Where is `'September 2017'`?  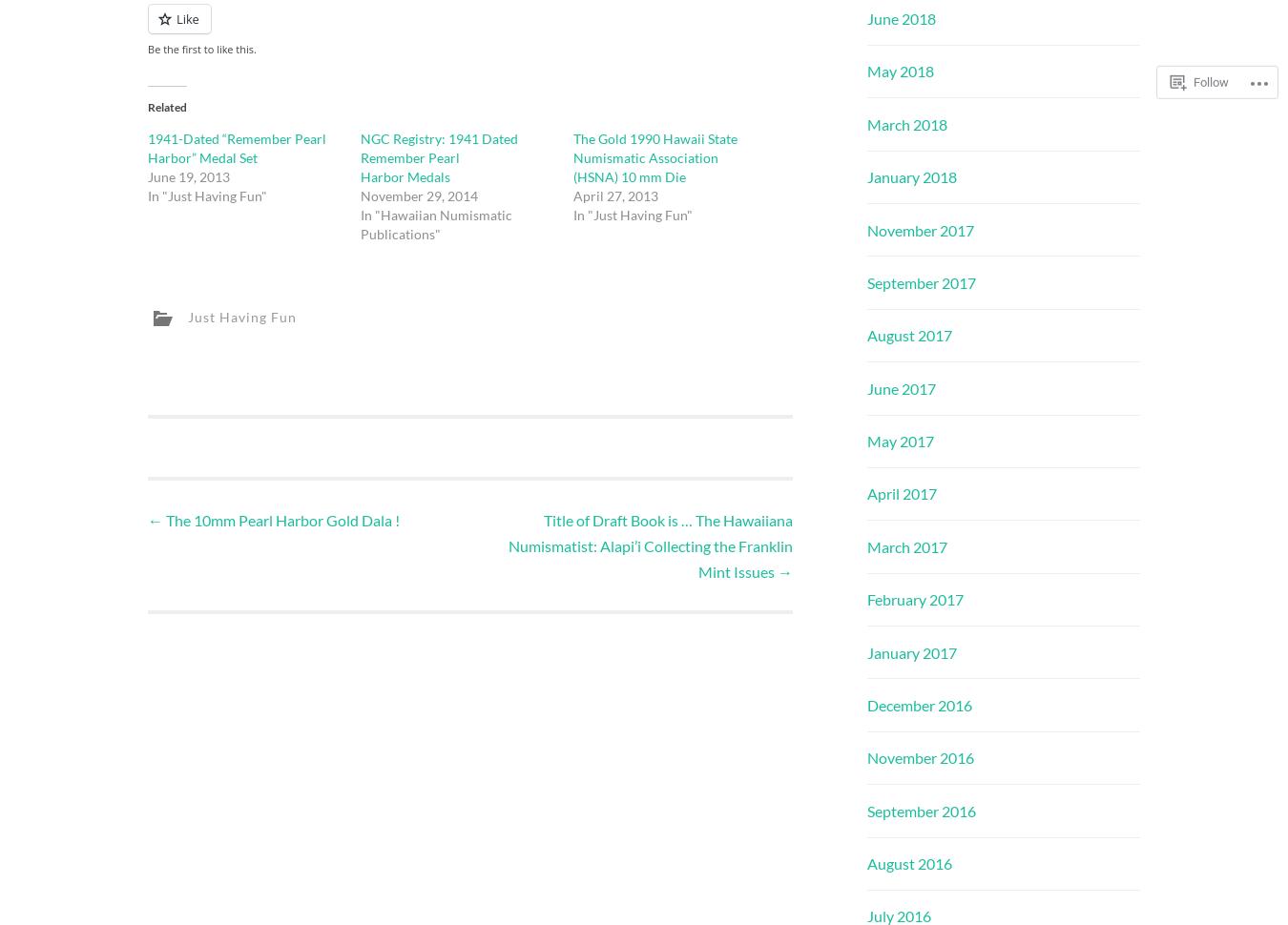 'September 2017' is located at coordinates (921, 281).